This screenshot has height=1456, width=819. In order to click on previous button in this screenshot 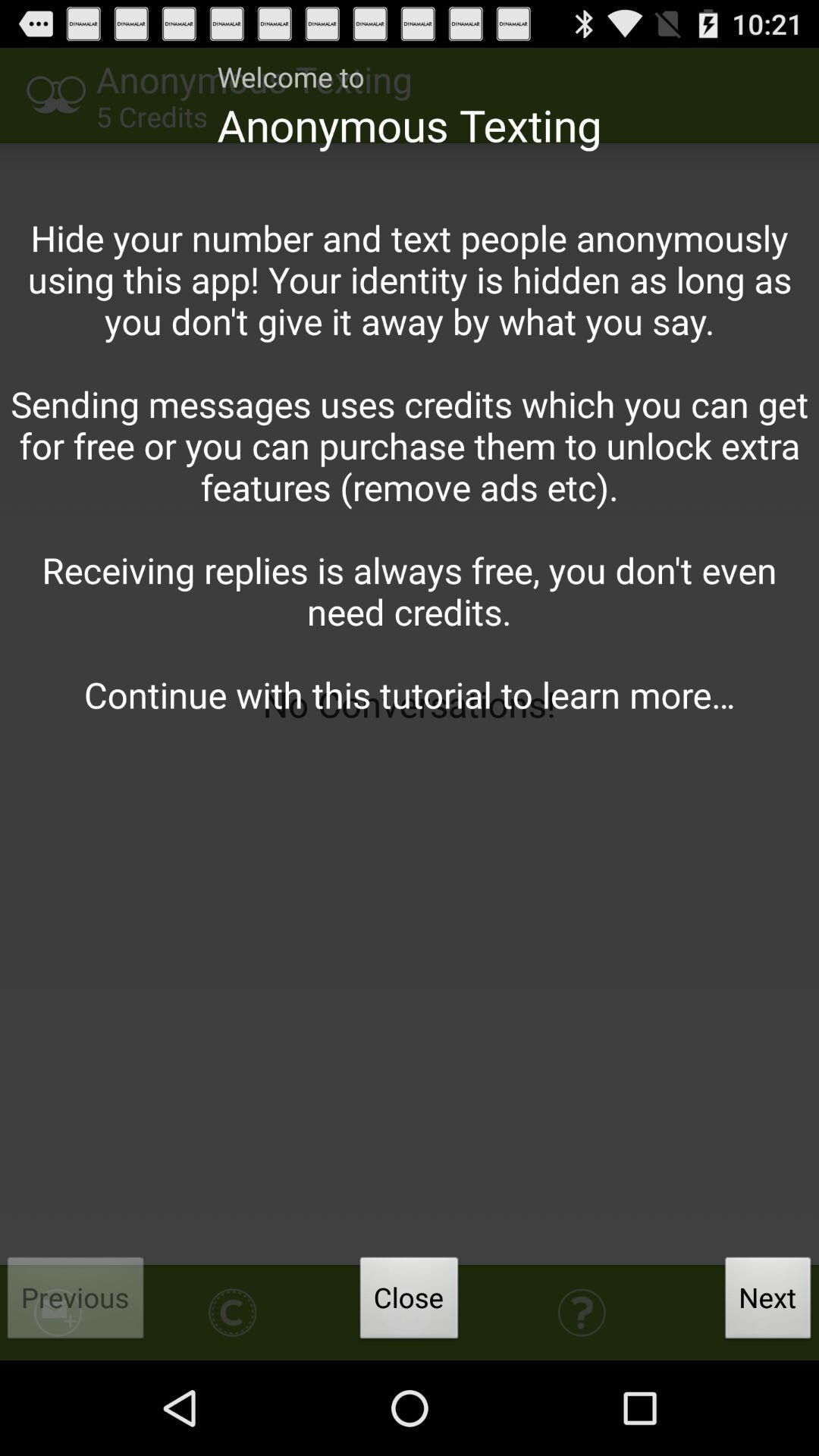, I will do `click(76, 1301)`.